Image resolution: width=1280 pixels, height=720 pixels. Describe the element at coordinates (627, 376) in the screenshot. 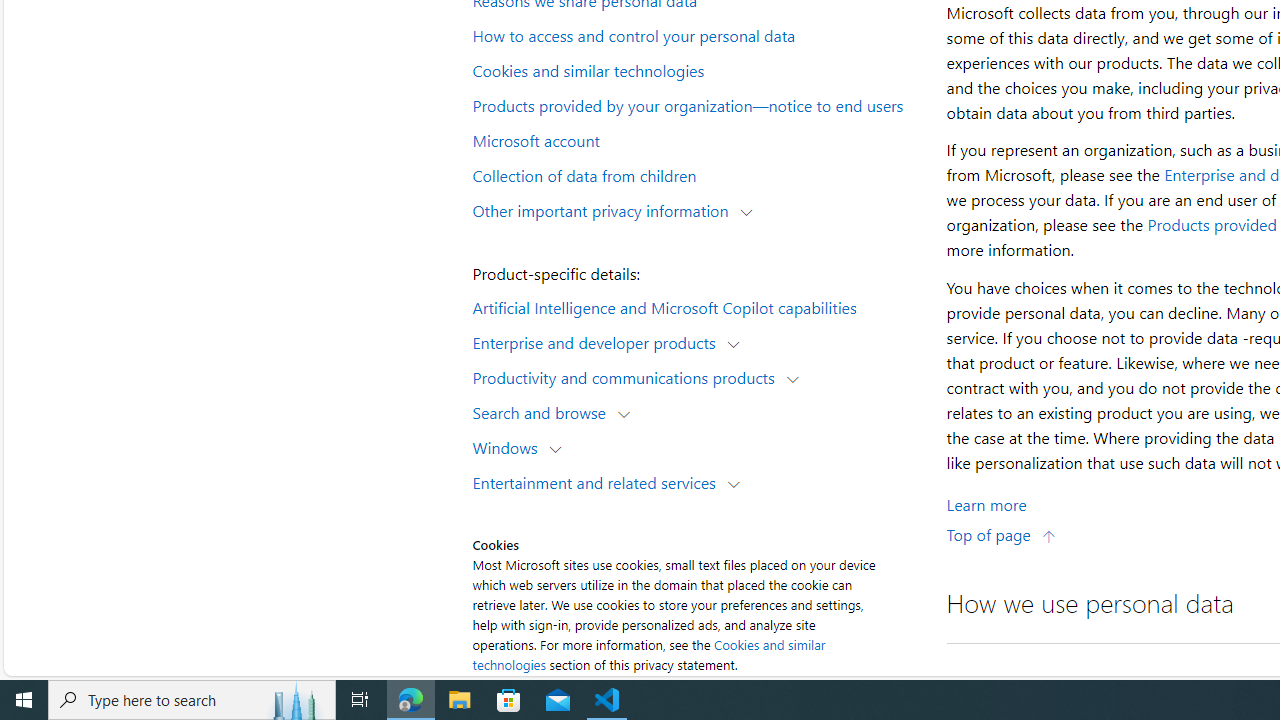

I see `'Productivity and communications products'` at that location.